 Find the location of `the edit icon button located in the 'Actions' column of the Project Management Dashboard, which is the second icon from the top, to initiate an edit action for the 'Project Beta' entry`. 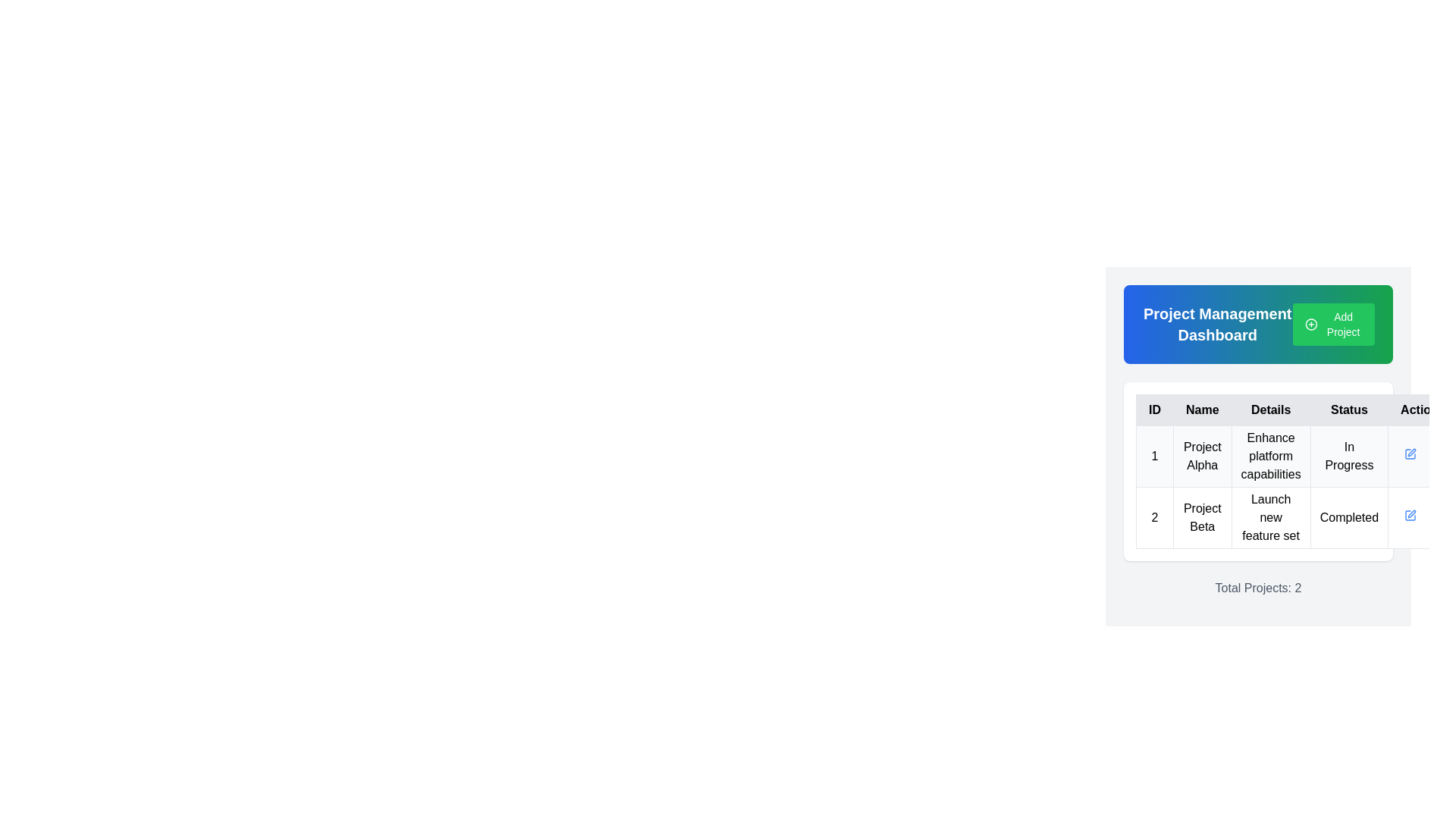

the edit icon button located in the 'Actions' column of the Project Management Dashboard, which is the second icon from the top, to initiate an edit action for the 'Project Beta' entry is located at coordinates (1411, 452).